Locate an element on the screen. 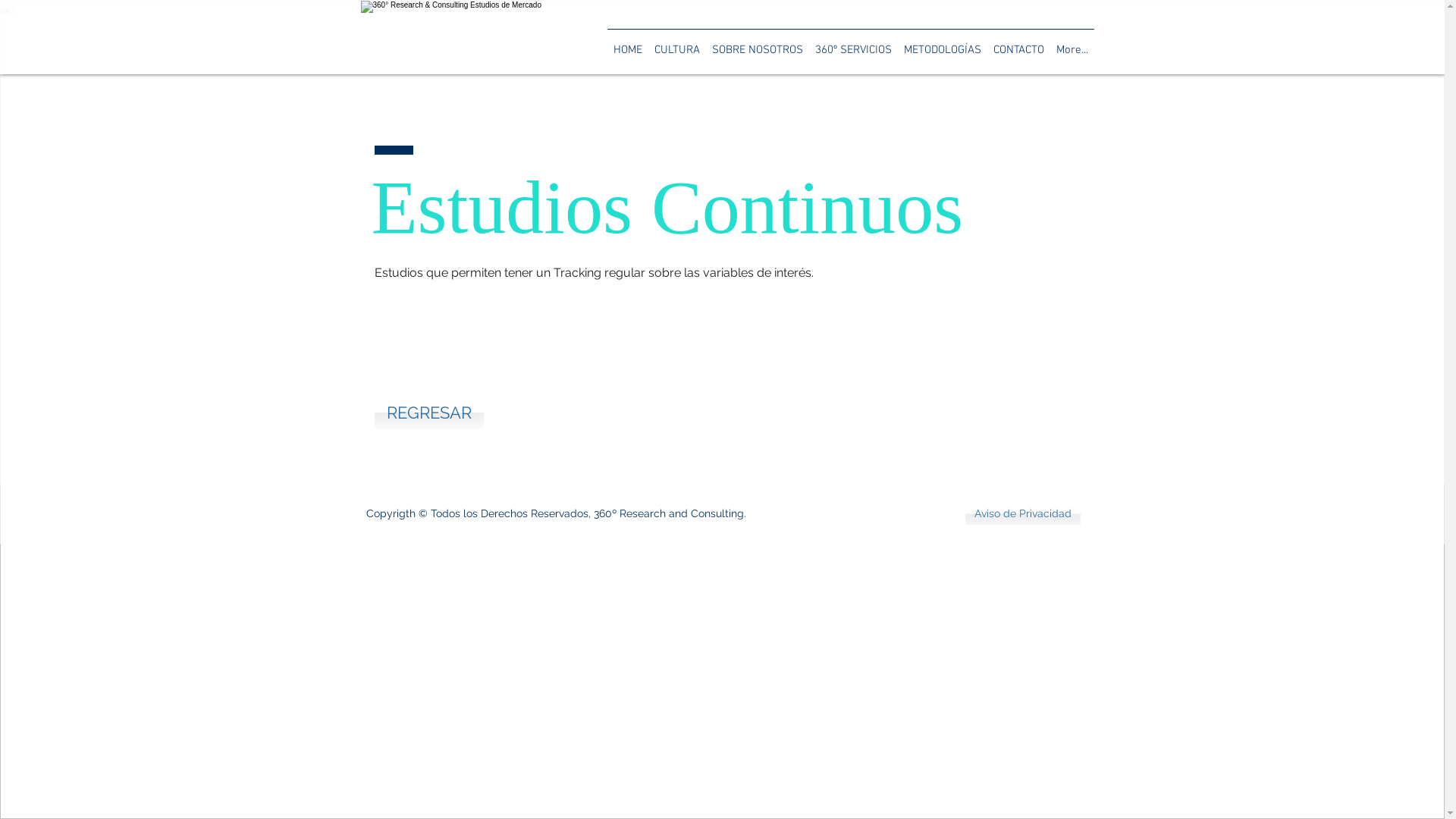  'HOME' is located at coordinates (626, 42).